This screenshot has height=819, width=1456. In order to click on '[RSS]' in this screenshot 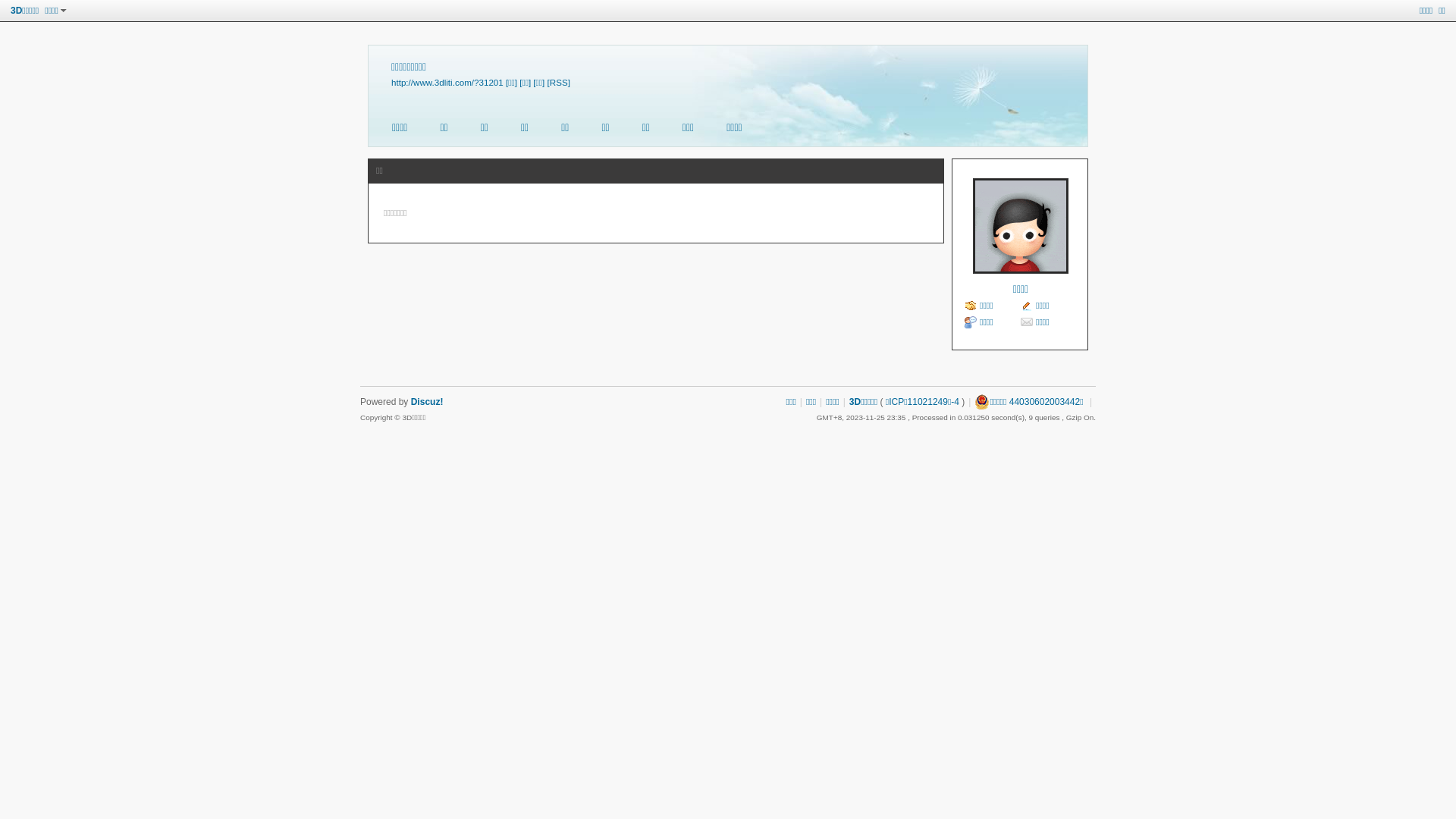, I will do `click(558, 82)`.